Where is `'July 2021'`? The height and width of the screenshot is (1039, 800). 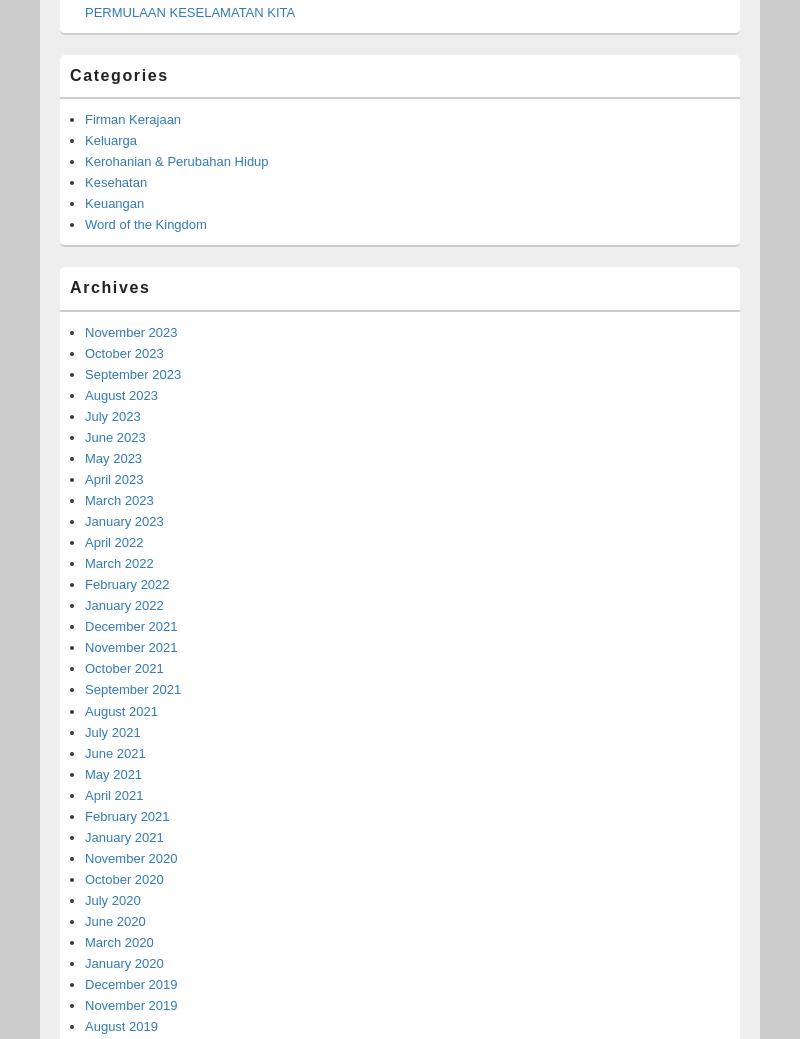
'July 2021' is located at coordinates (84, 730).